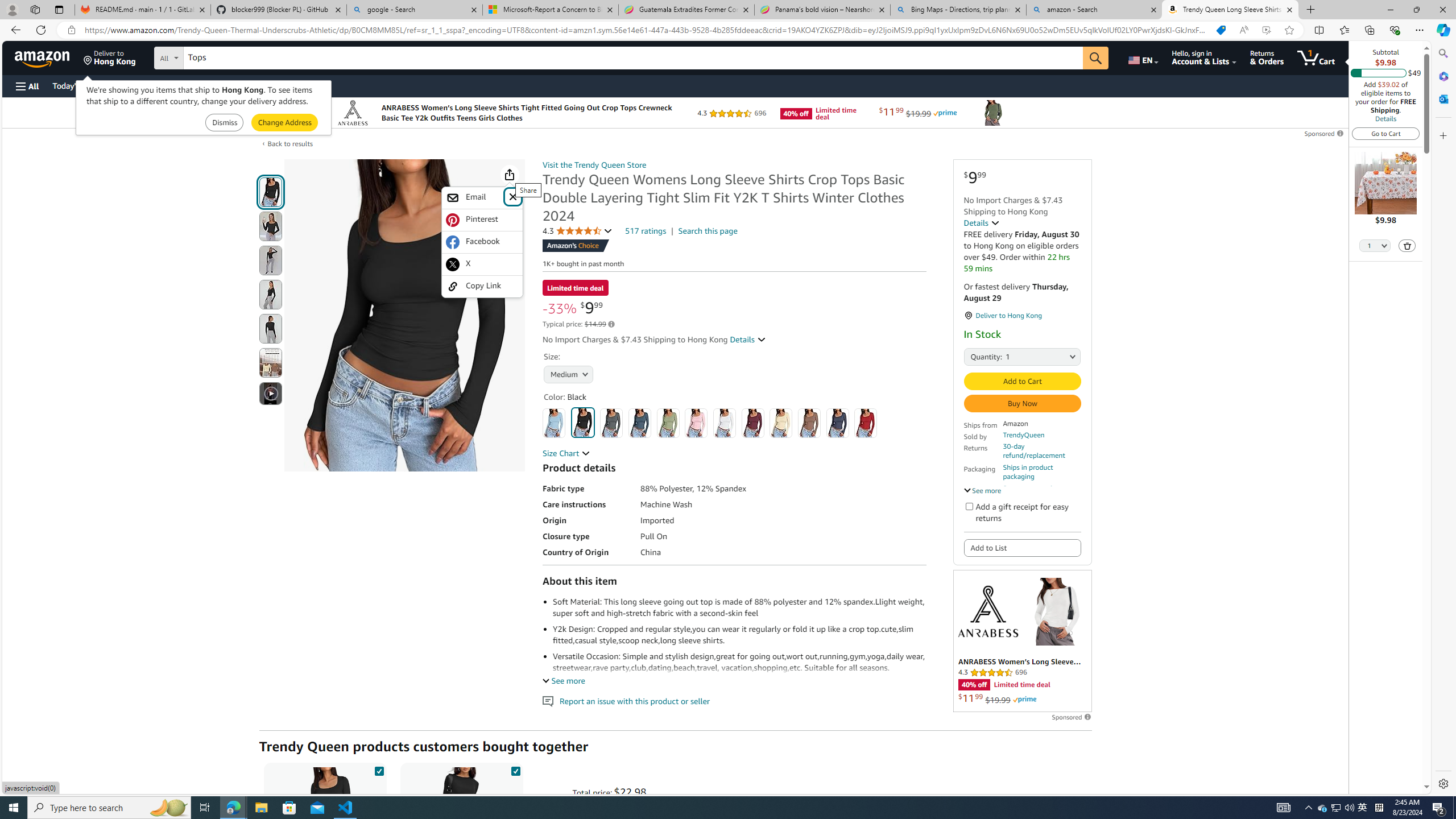 This screenshot has width=1456, height=819. What do you see at coordinates (482, 286) in the screenshot?
I see `'Copy Link'` at bounding box center [482, 286].